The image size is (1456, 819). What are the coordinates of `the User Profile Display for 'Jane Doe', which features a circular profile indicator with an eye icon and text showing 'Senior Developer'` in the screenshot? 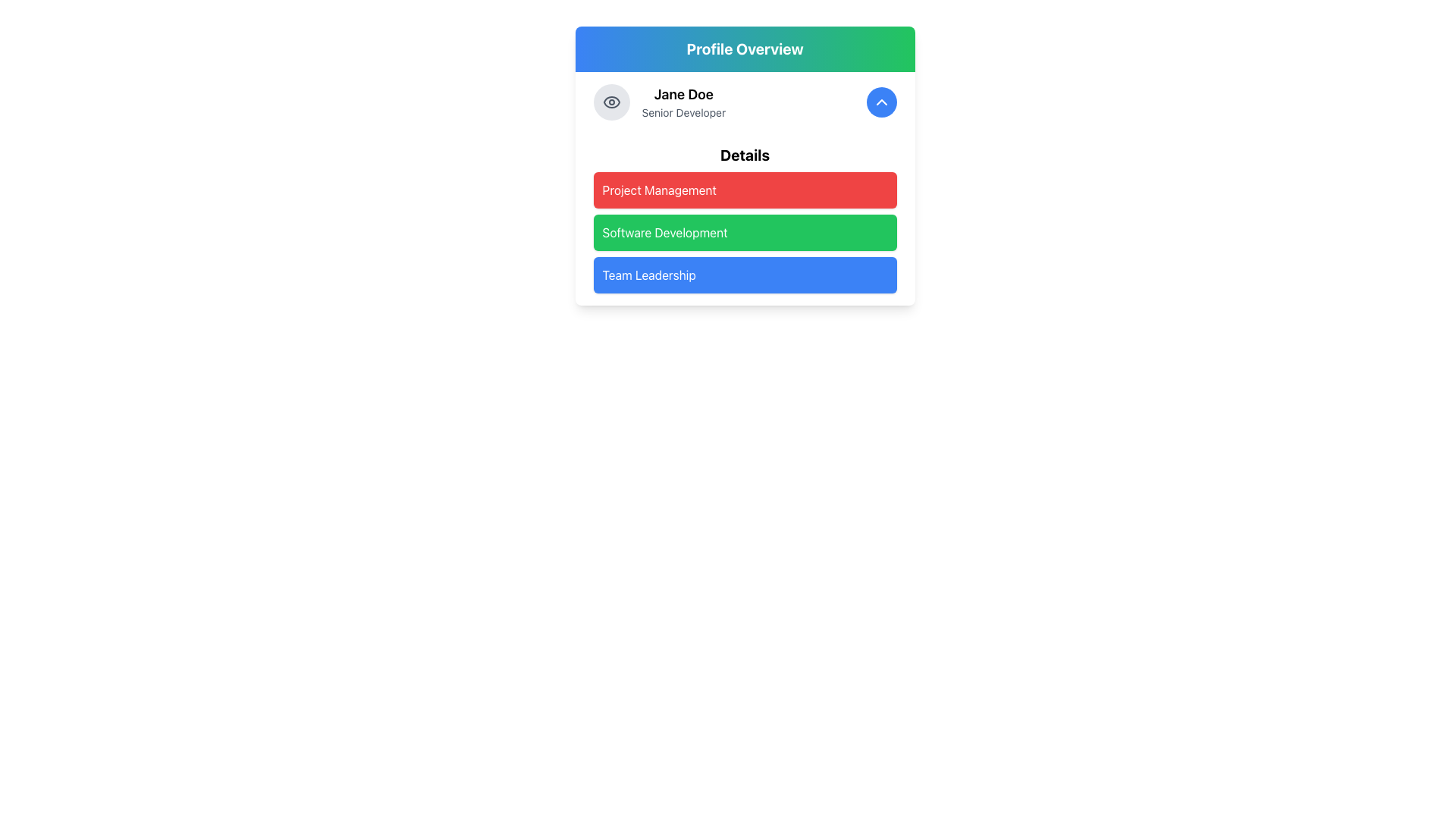 It's located at (659, 102).